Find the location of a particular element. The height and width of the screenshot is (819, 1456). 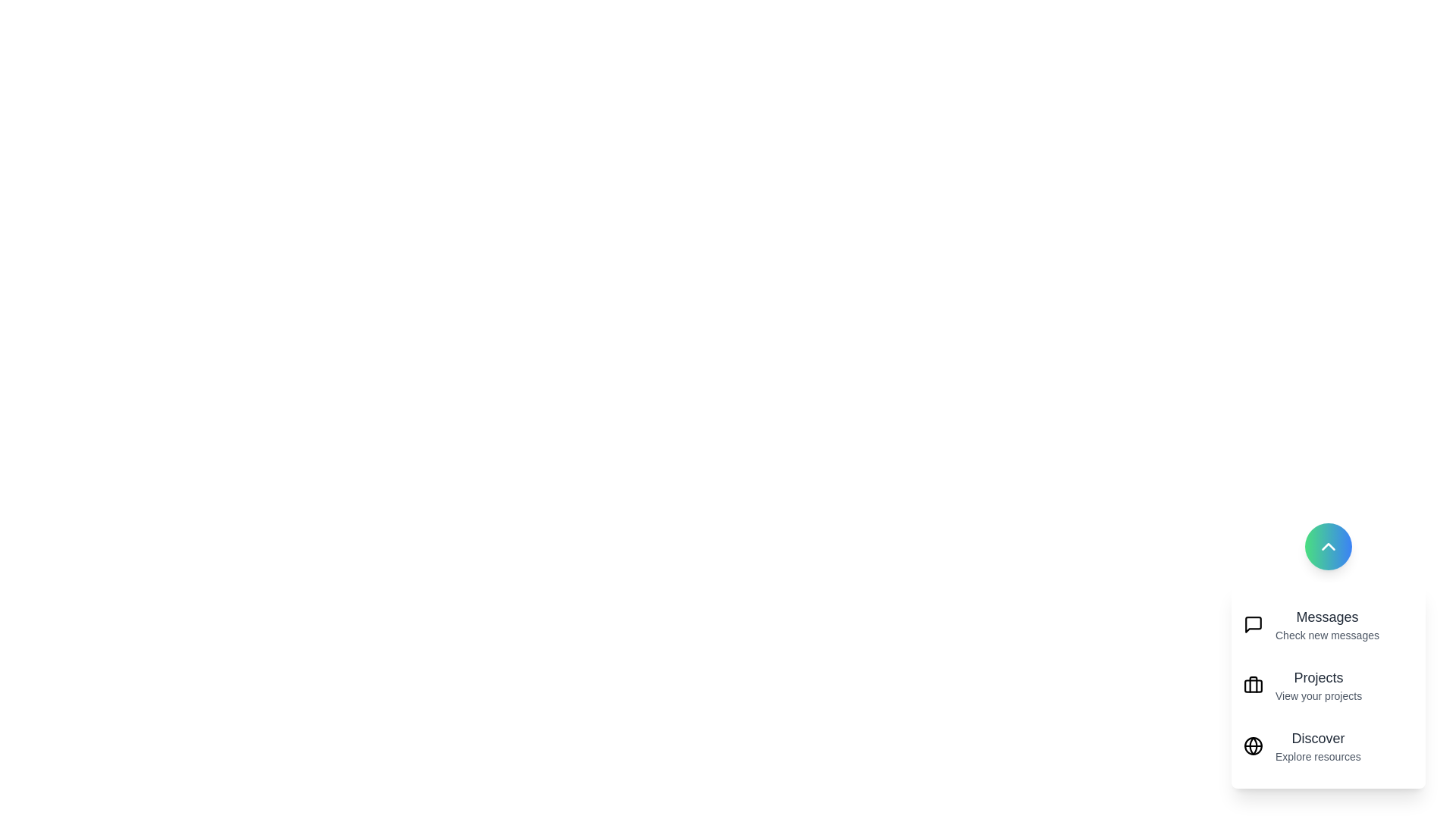

the 'Messages' item to perform its action is located at coordinates (1328, 625).